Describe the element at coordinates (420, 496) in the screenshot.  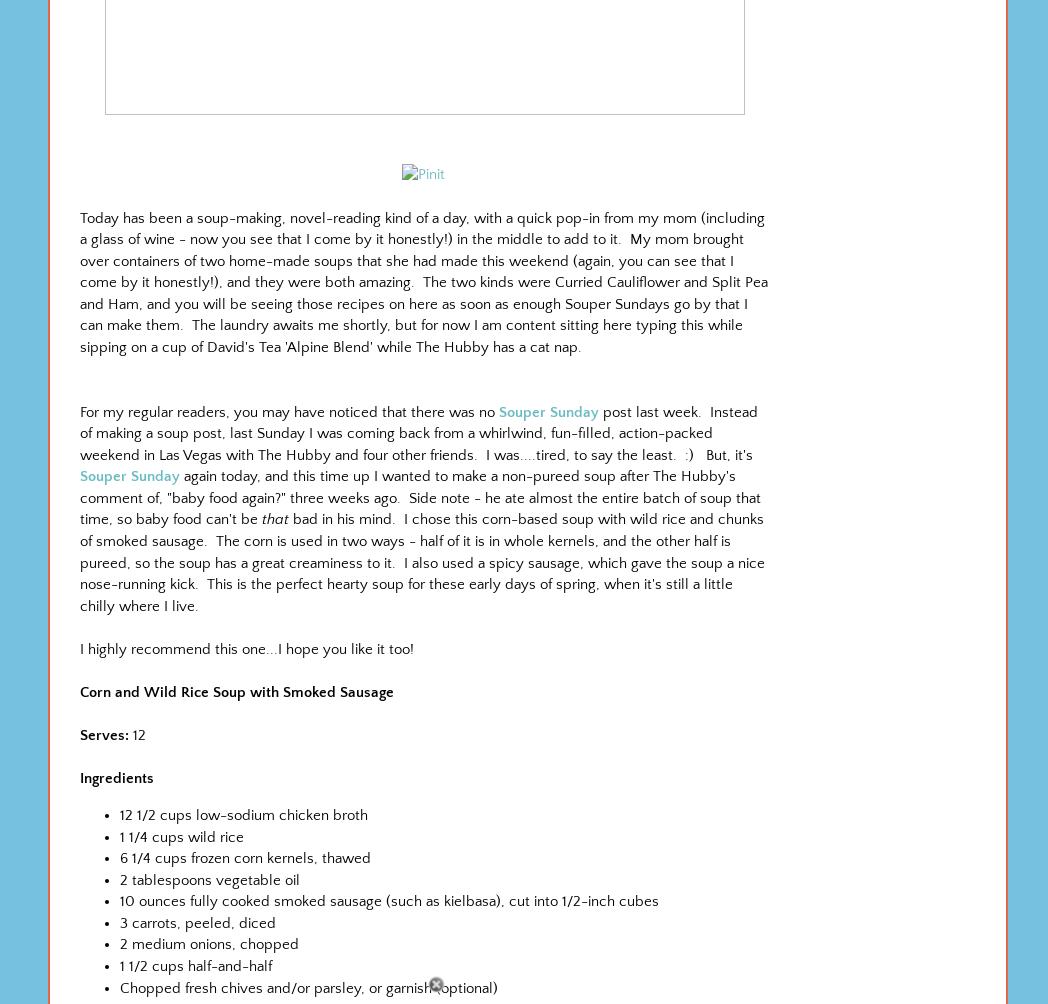
I see `'again today, and this time up I wanted to make a non-pureed soup after The Hubby's comment of, "baby food again?" three weeks ago.  Side note - he ate almost the entire batch of soup that time, so baby food can't be'` at that location.